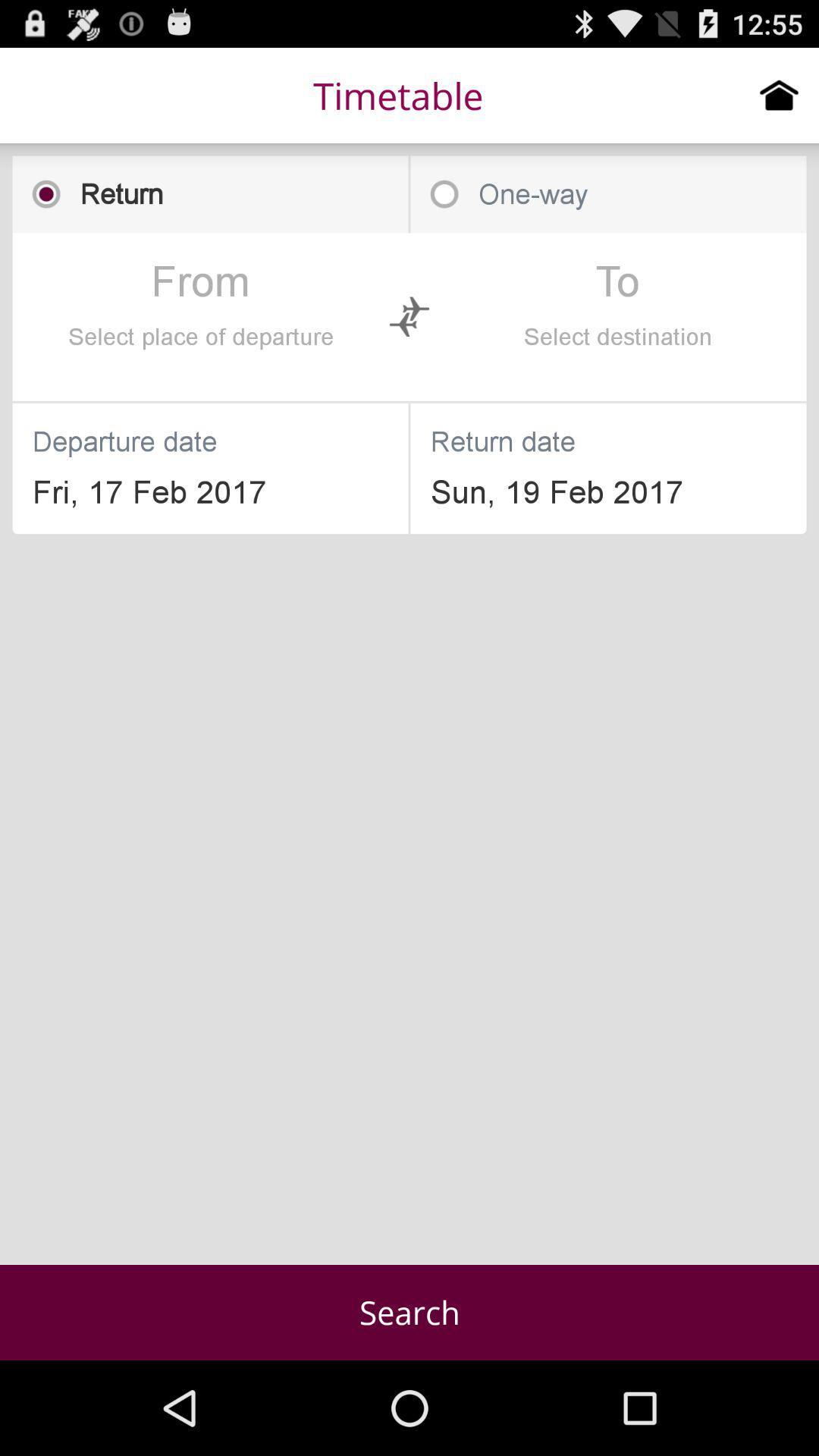 The height and width of the screenshot is (1456, 819). I want to click on the one-way icon, so click(607, 193).